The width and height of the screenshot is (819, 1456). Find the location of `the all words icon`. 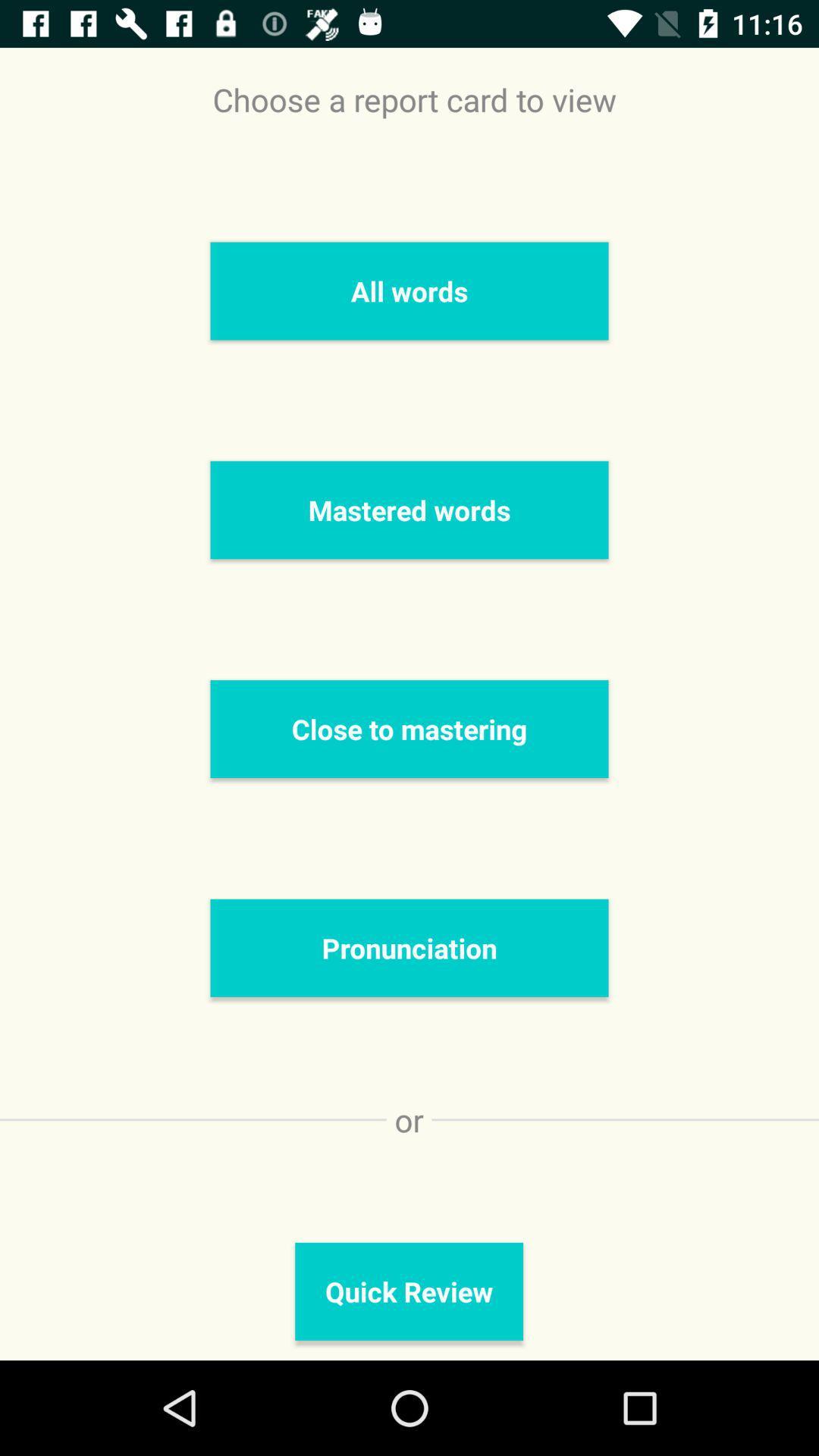

the all words icon is located at coordinates (409, 291).